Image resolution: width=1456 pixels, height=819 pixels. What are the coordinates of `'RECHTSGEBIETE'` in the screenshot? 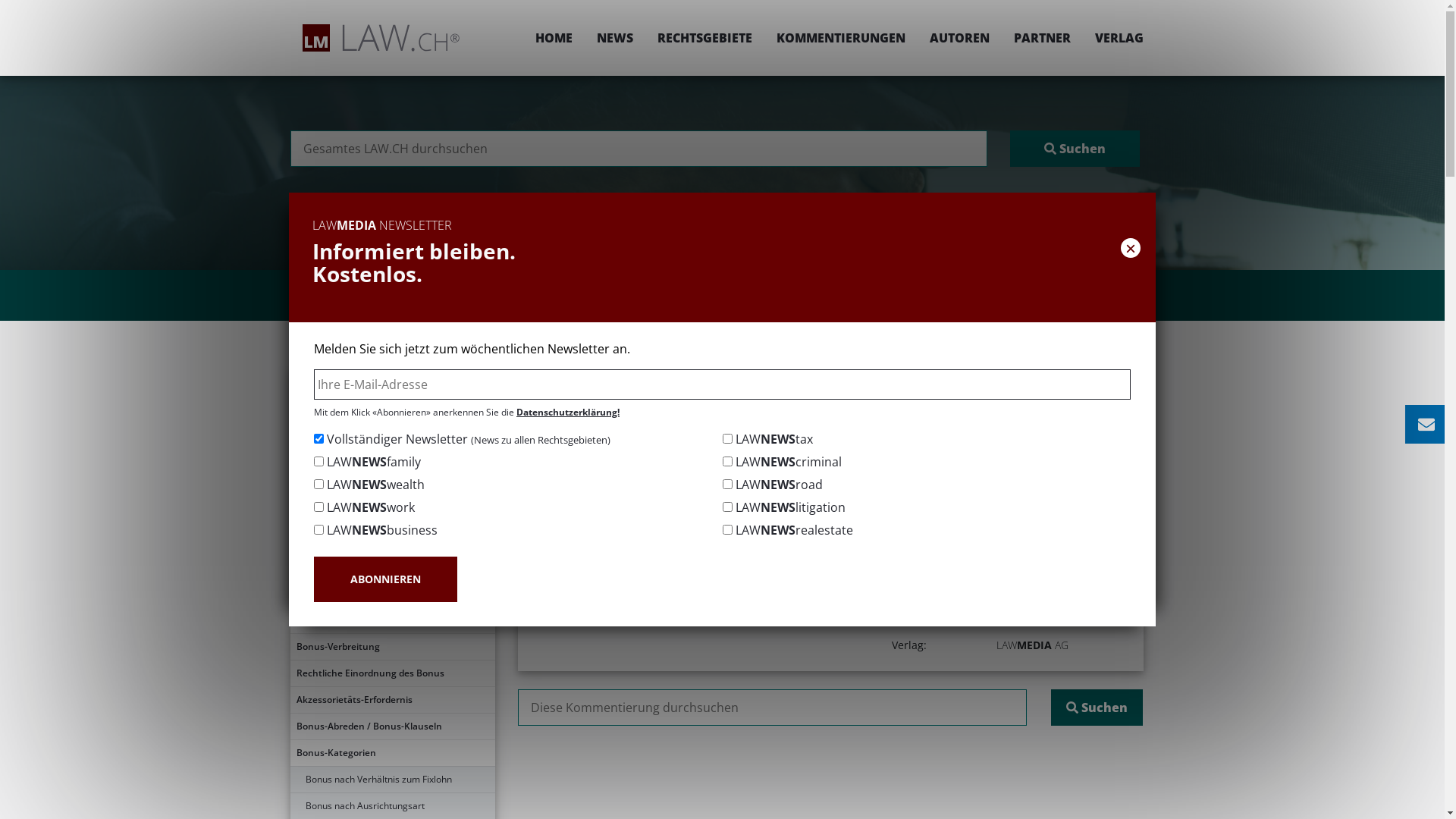 It's located at (644, 37).